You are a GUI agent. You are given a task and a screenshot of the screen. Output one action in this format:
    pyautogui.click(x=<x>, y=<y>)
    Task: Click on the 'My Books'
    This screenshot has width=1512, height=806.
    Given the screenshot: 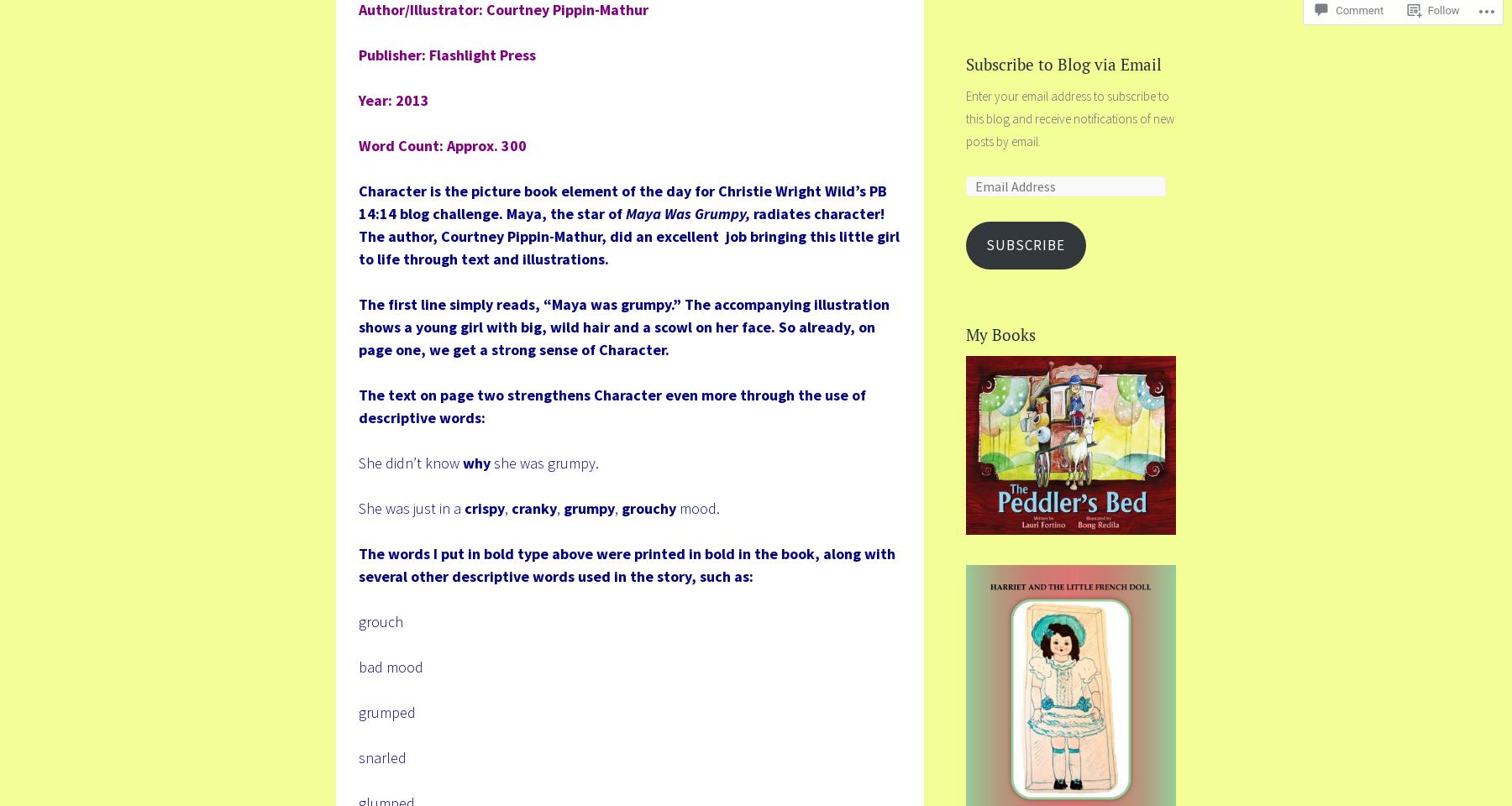 What is the action you would take?
    pyautogui.click(x=1000, y=333)
    